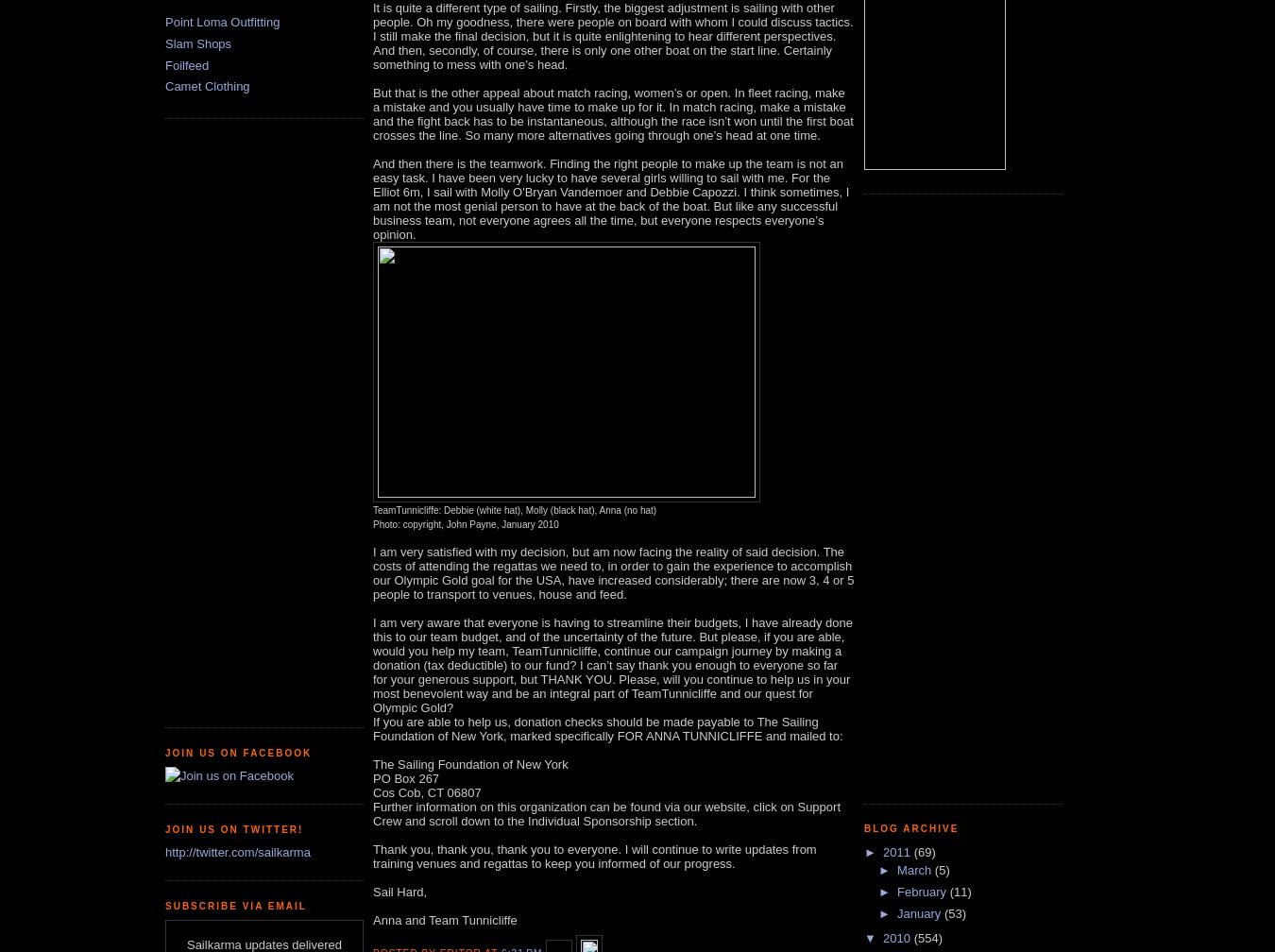  Describe the element at coordinates (613, 572) in the screenshot. I see `'I am very satisfied with my decision, but am now facing the reality of said decision.  The costs of attending the regattas we need to, in order to gain the experience to accomplish our Olympic Gold goal for the USA, have increased considerably; there are now 3, 4 or 5 people to transport to venues, house and feed.'` at that location.